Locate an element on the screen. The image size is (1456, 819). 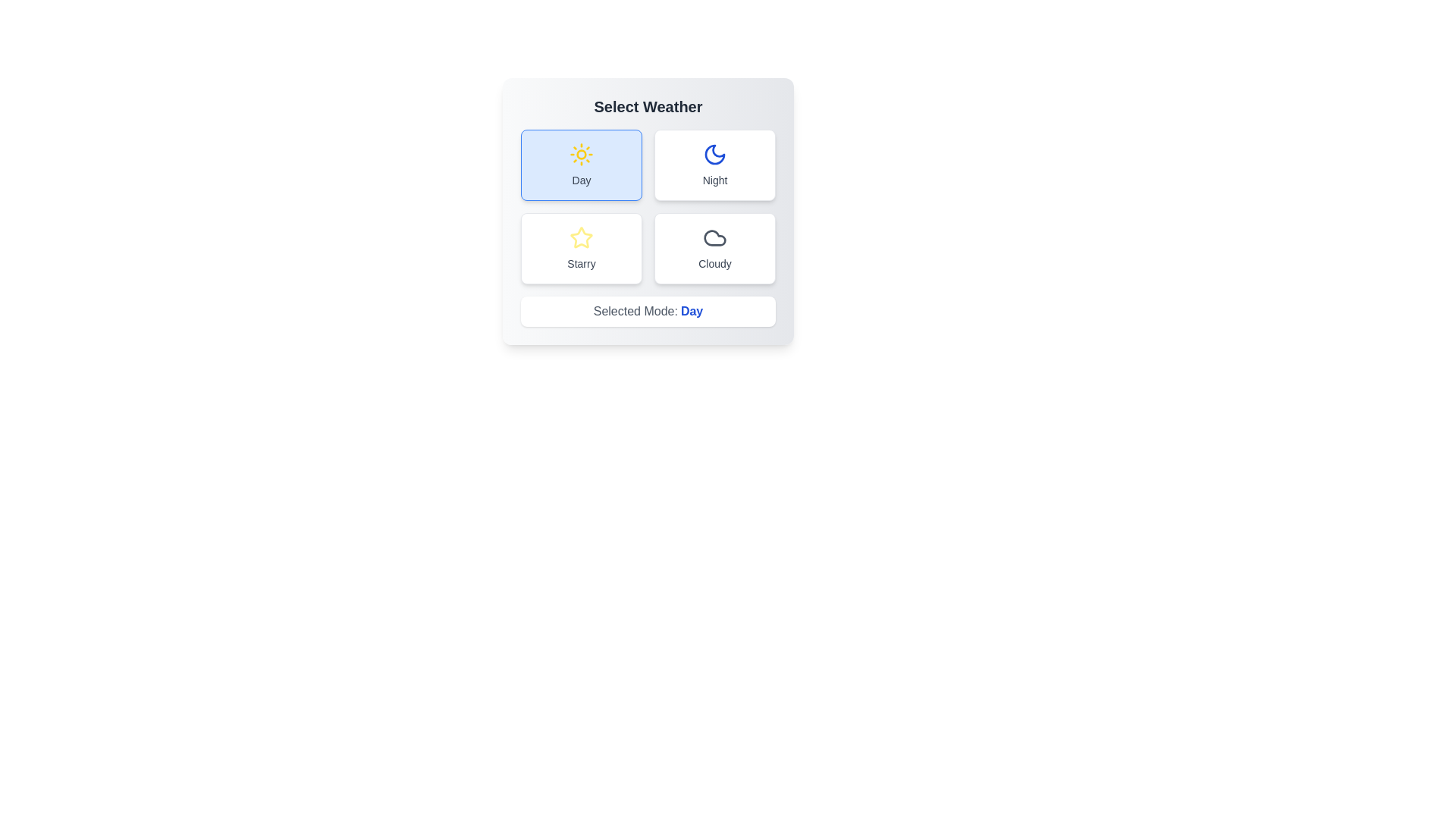
the weather mode by clicking on the corresponding button for Cloudy is located at coordinates (714, 247).